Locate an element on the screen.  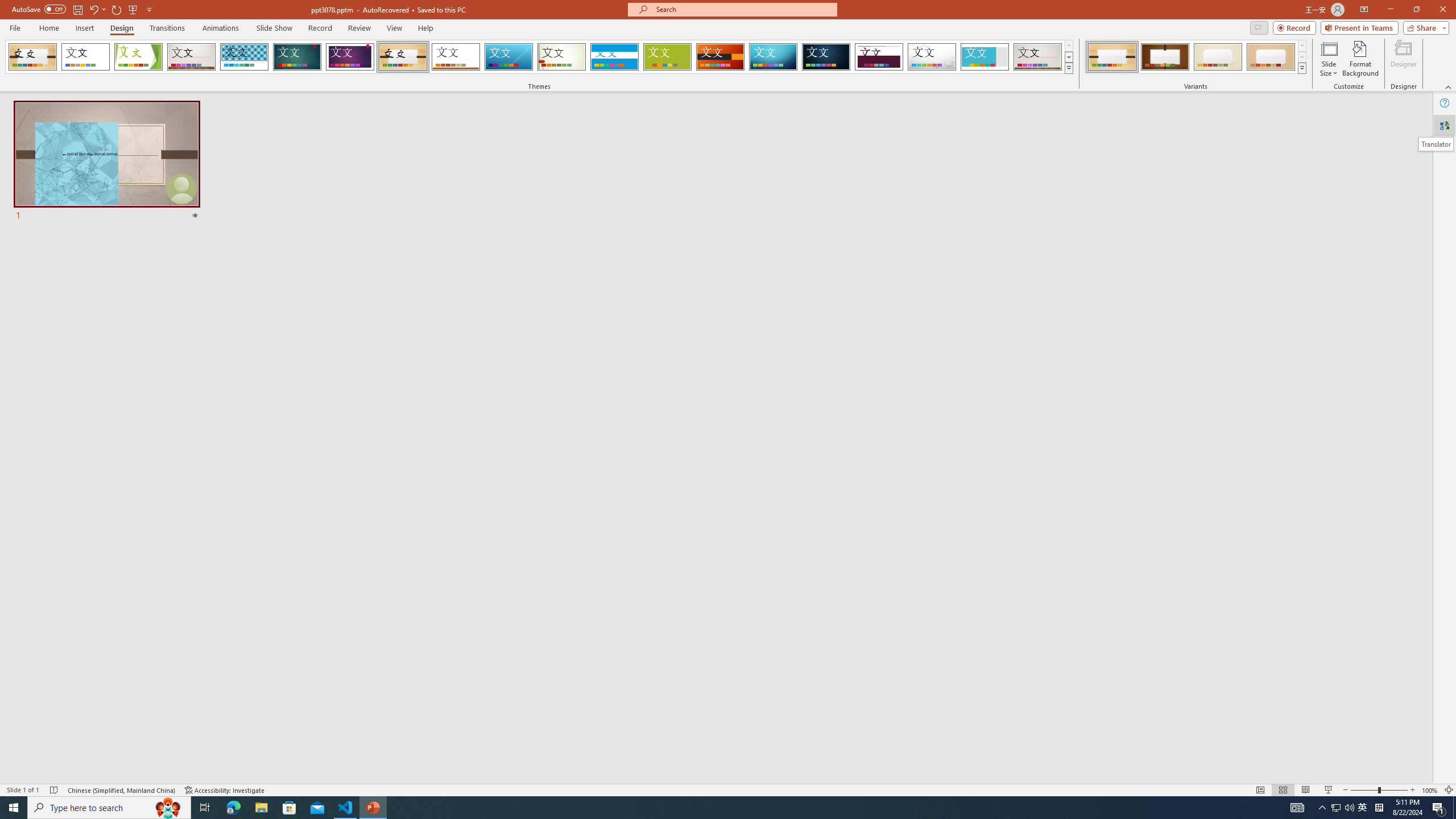
'Droplet' is located at coordinates (932, 56).